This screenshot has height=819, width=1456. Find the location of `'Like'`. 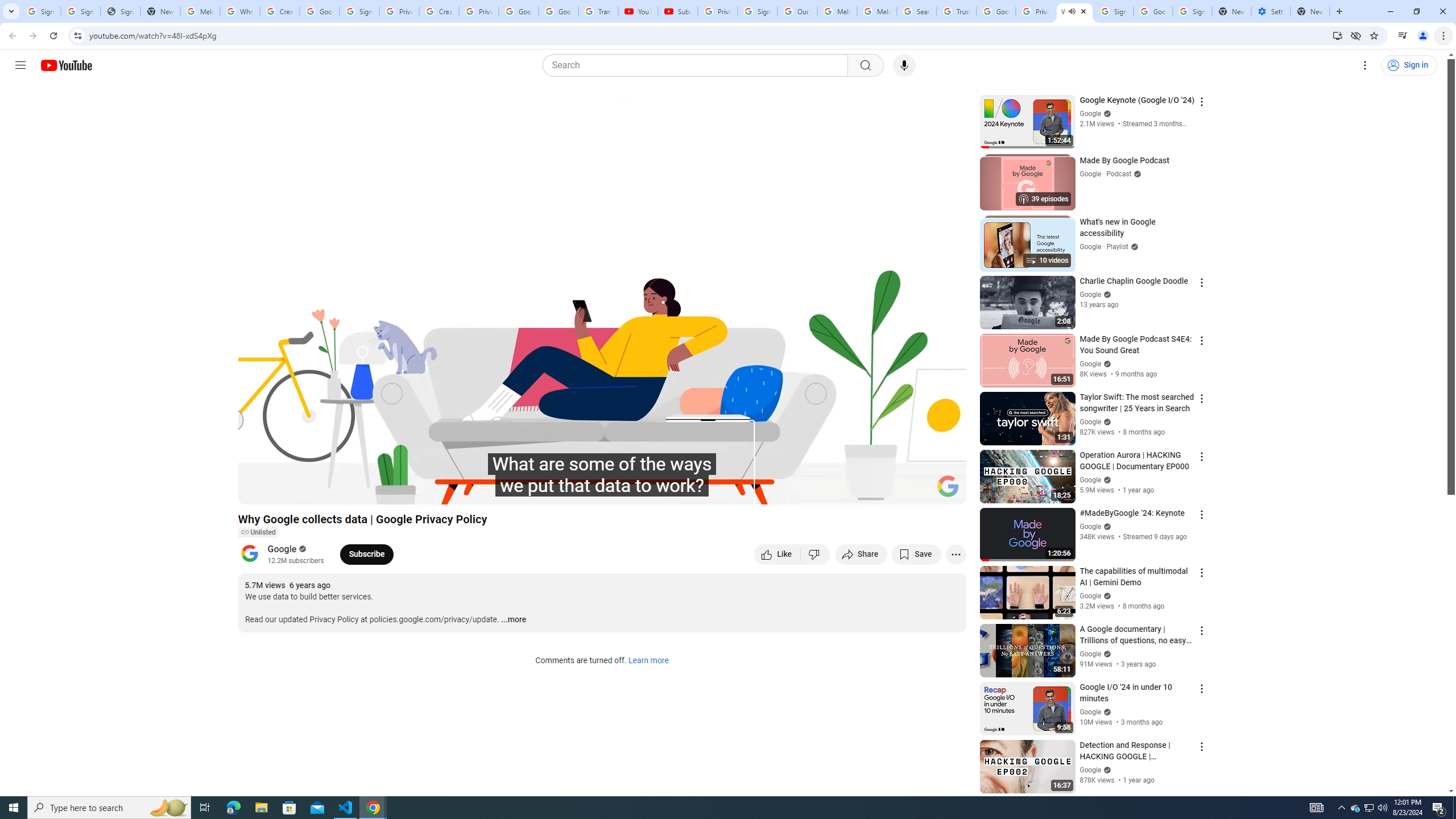

'Like' is located at coordinates (777, 553).